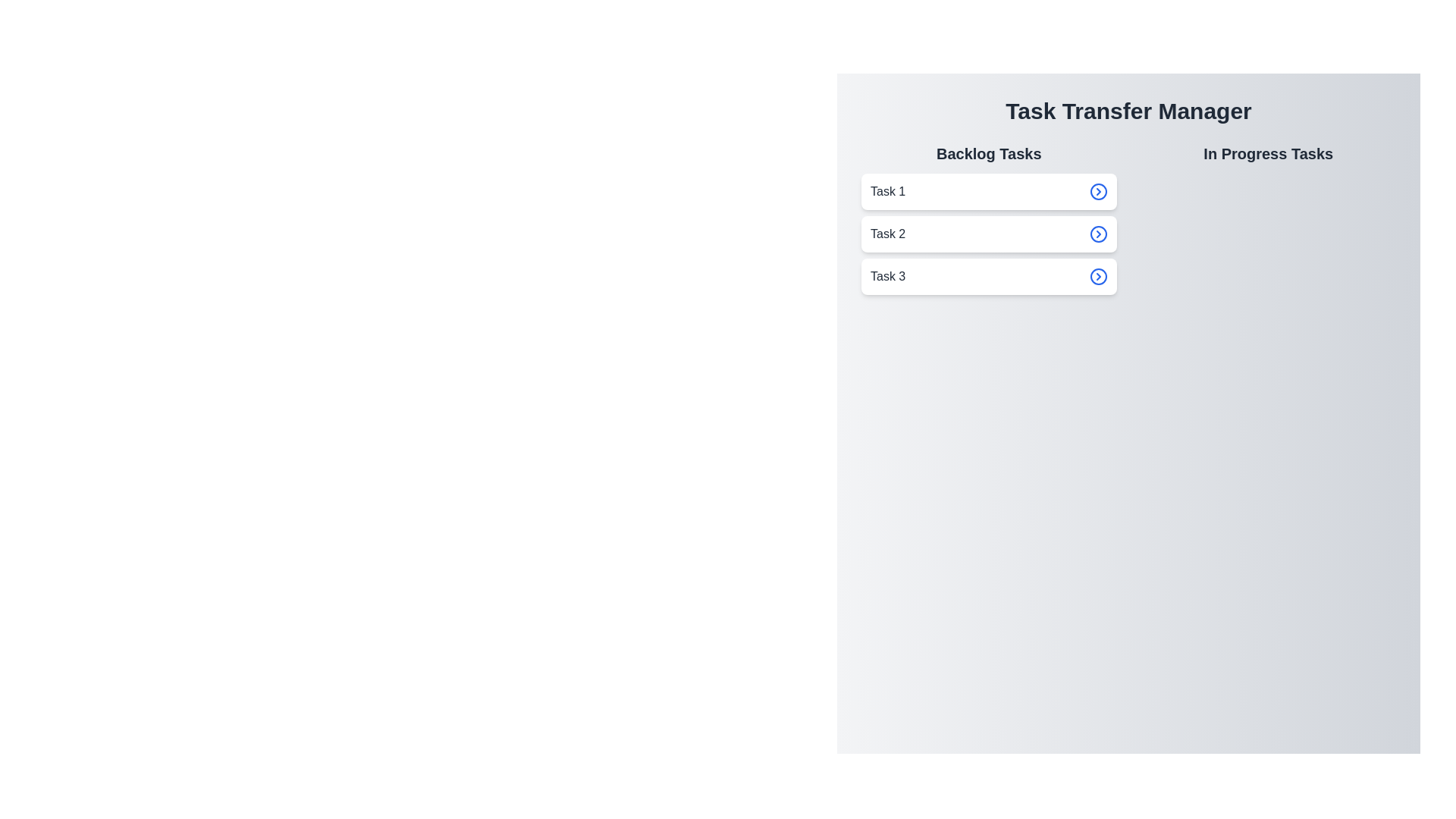  Describe the element at coordinates (1098, 277) in the screenshot. I see `the chevron icon next to the task Task 3 to move it to In Progress` at that location.